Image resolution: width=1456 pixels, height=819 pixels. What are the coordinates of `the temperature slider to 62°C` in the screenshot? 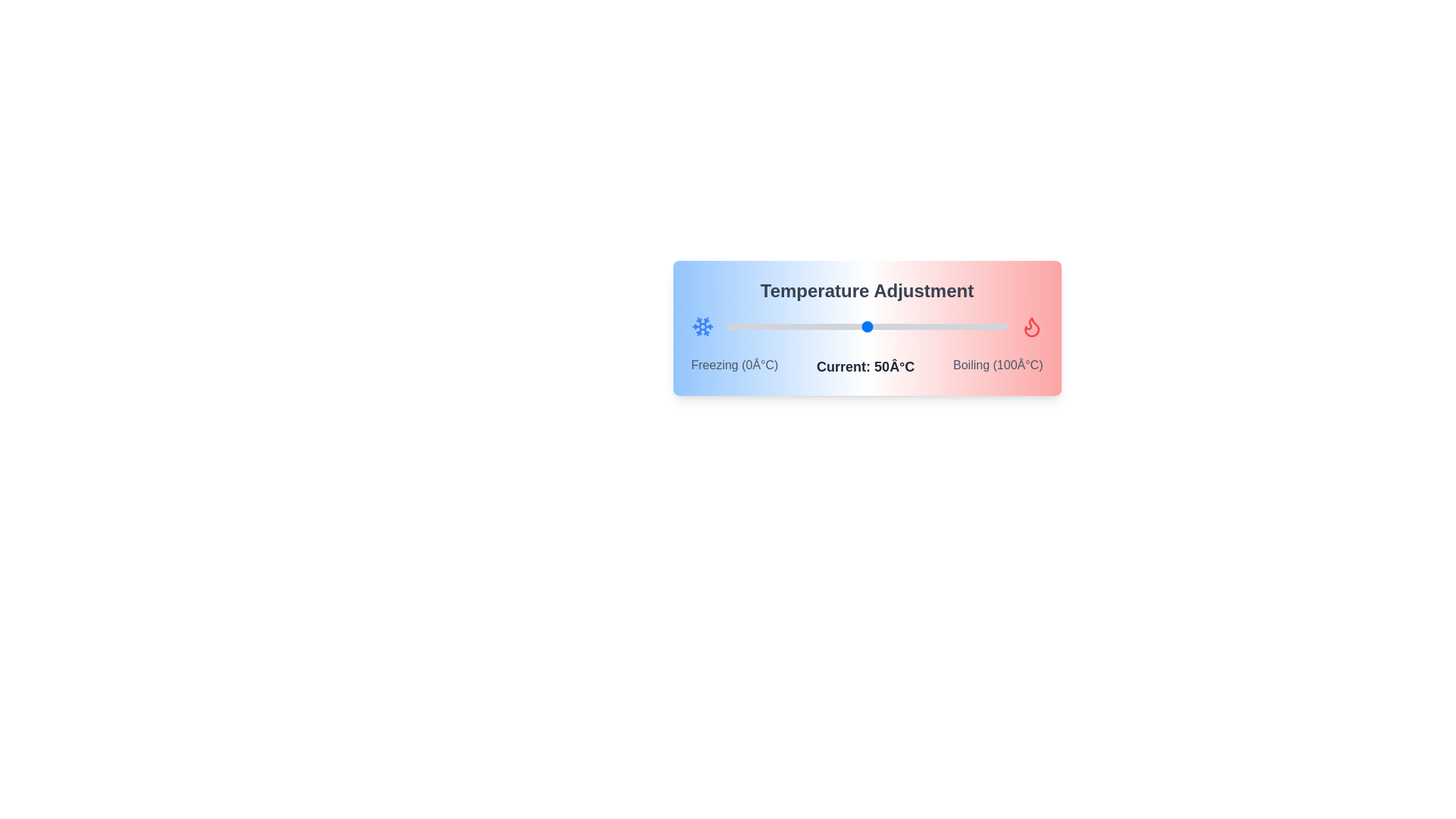 It's located at (901, 326).